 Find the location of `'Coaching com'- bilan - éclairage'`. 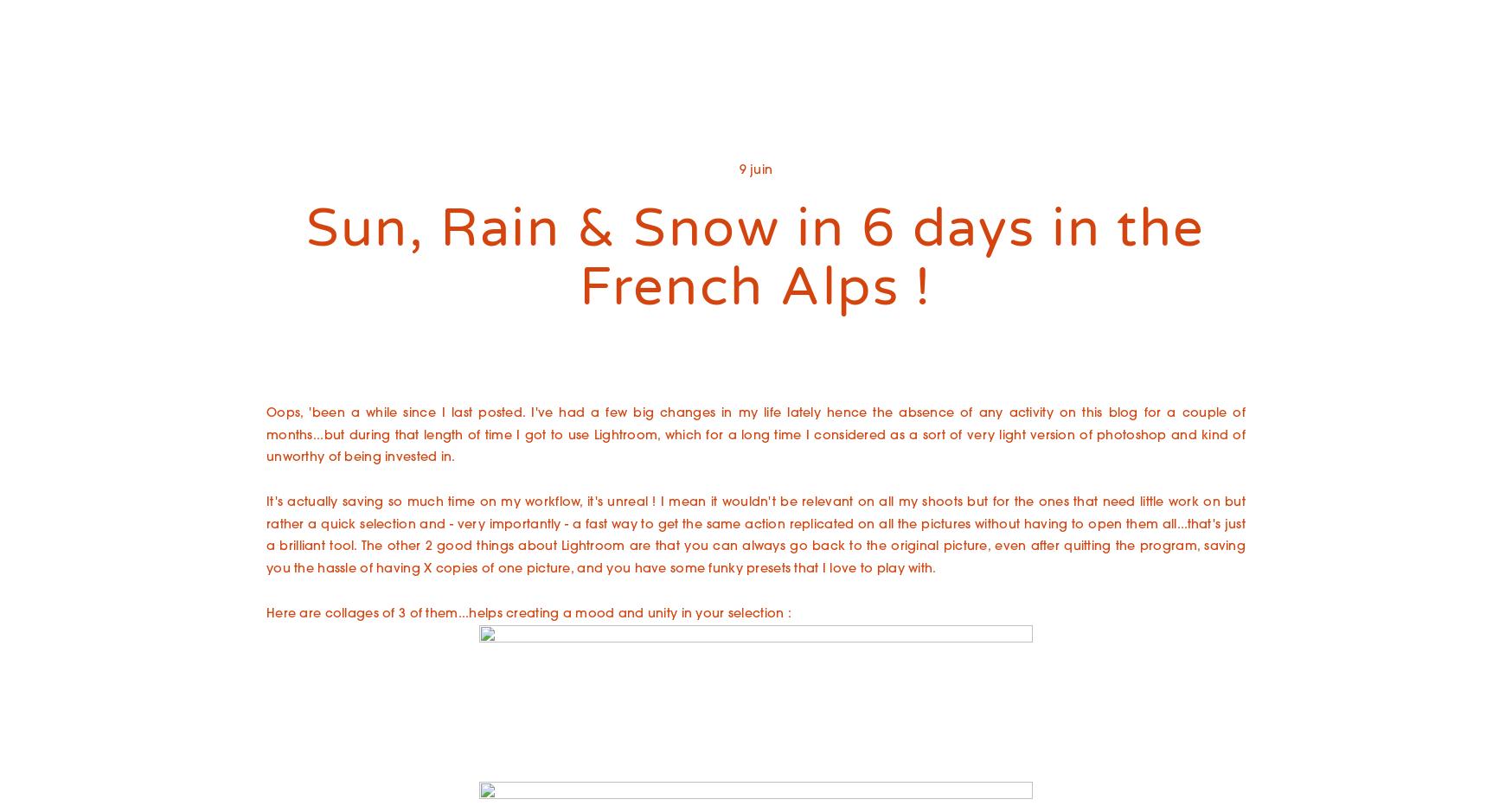

'Coaching com'- bilan - éclairage' is located at coordinates (621, 181).